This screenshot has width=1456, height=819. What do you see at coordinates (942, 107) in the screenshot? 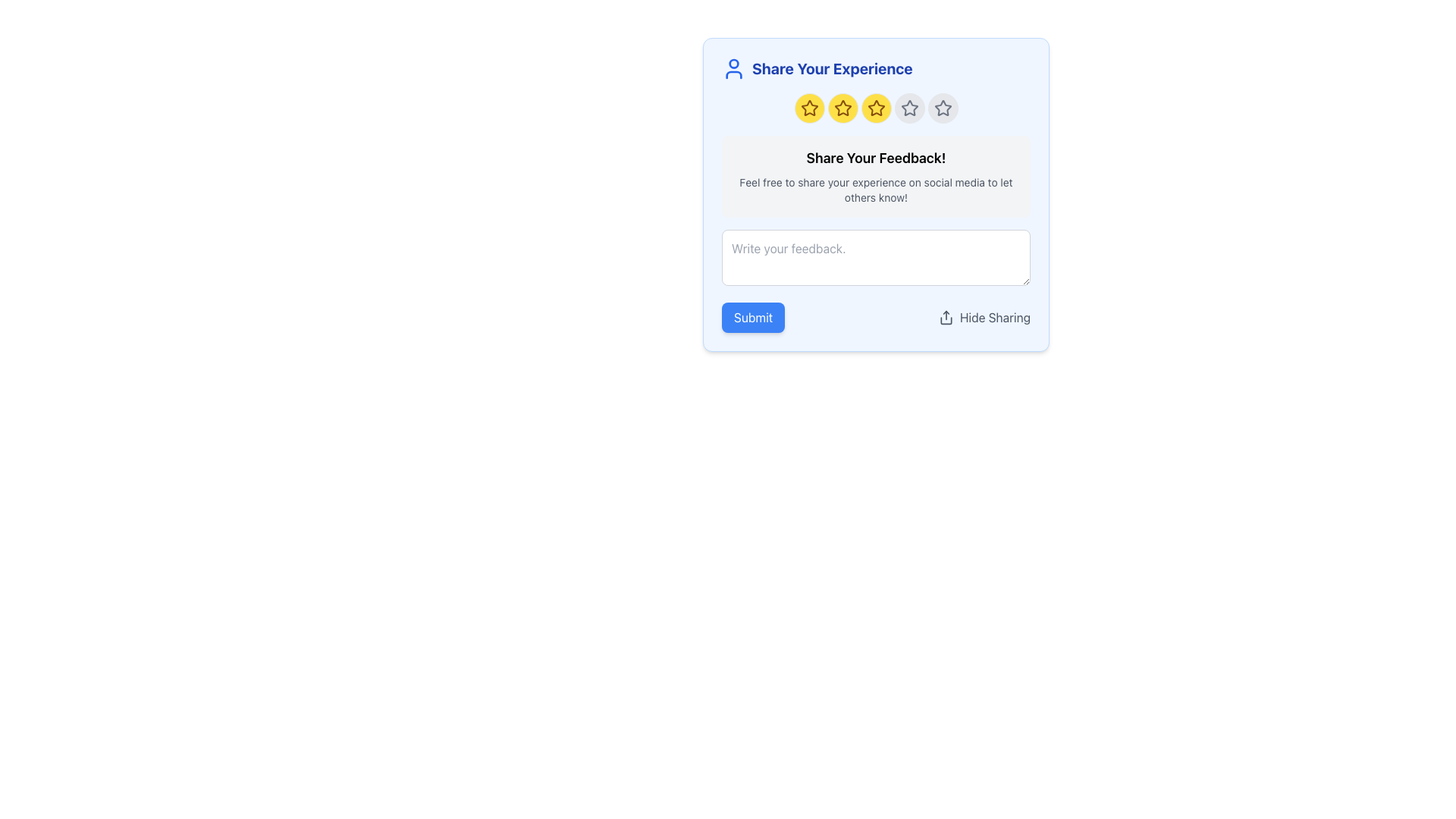
I see `the fifth and final star in the horizontal row of five stars used for rating, which is outlined in gray and positioned below the text 'Share Your Experience.'` at bounding box center [942, 107].